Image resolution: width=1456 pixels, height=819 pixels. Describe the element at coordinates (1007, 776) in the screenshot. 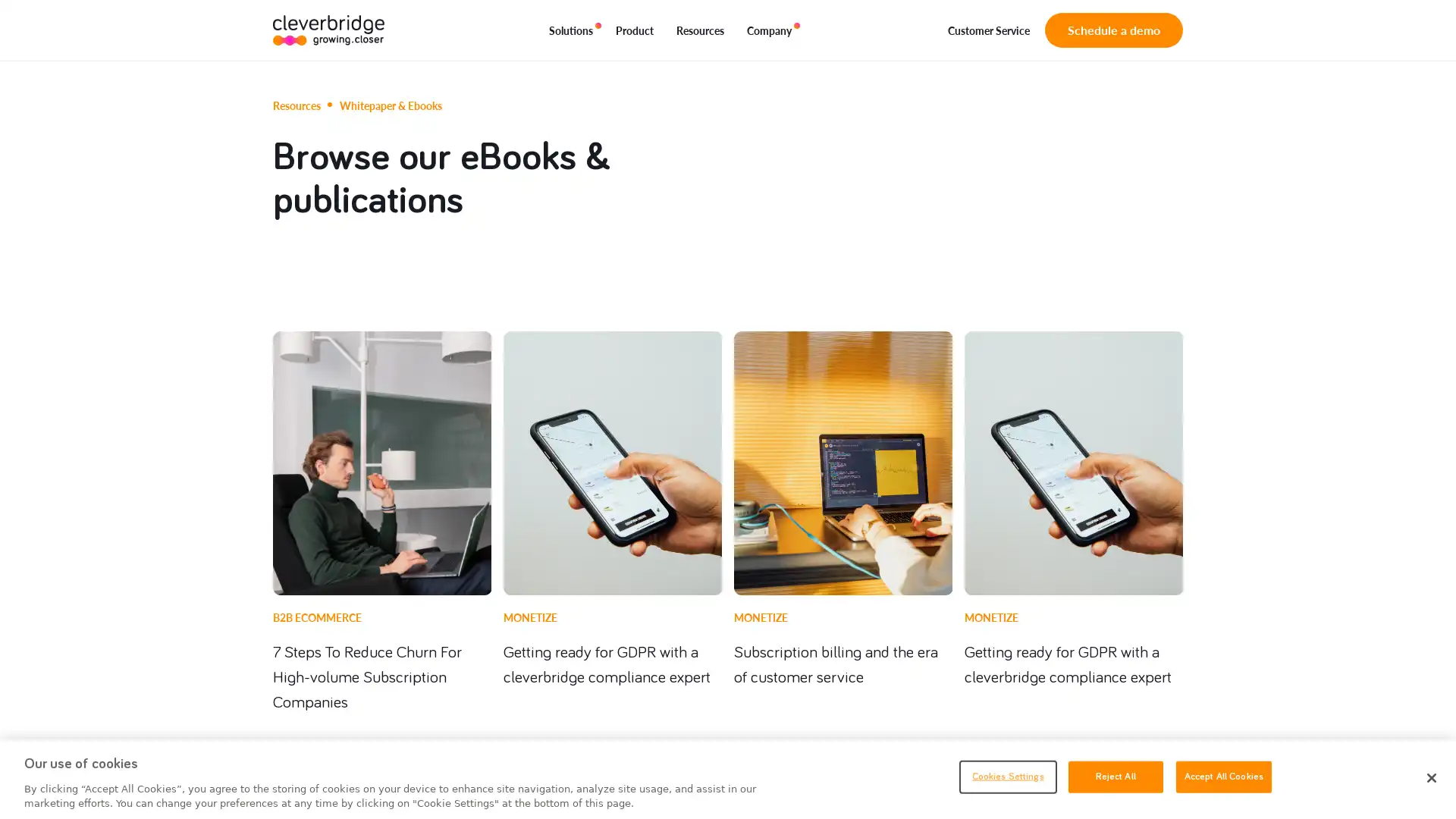

I see `Cookies Settings` at that location.